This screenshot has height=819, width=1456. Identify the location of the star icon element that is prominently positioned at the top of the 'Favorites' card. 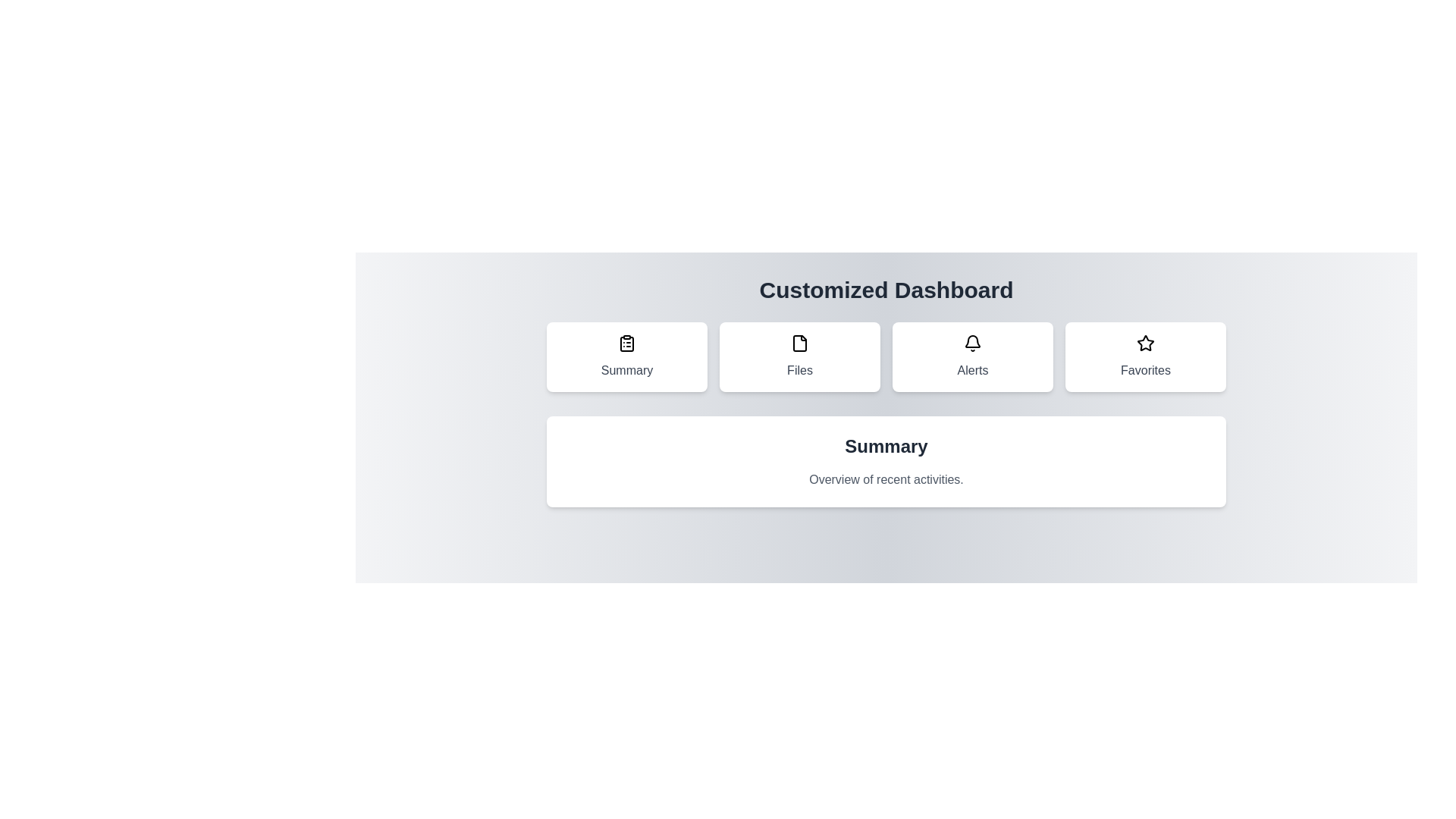
(1146, 343).